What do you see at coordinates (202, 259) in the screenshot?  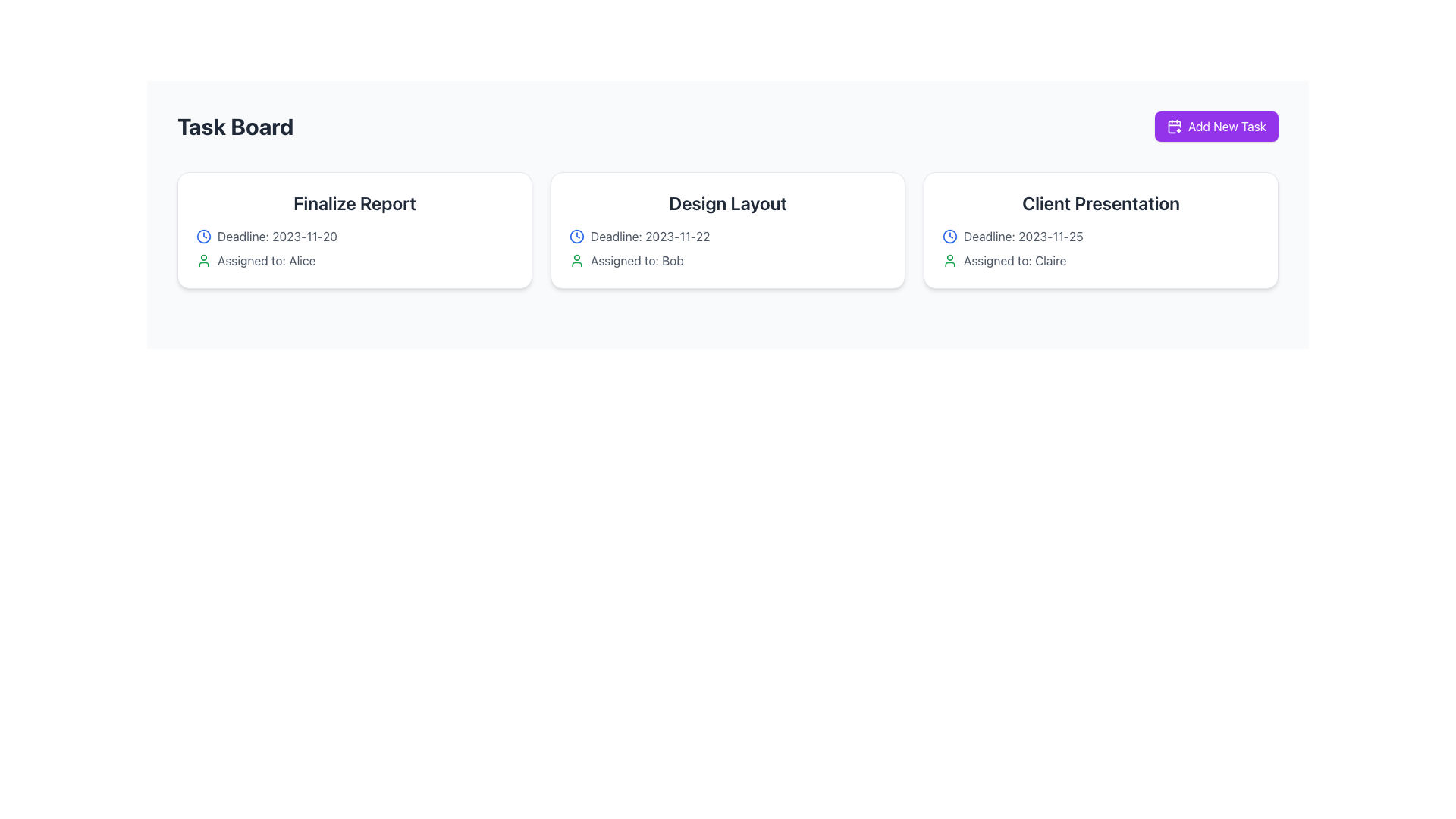 I see `the user icon element, which is styled in green with a circular head and shoulders, located to the left of the text 'Assigned to: Alice' in the 'Finalize Report' card` at bounding box center [202, 259].